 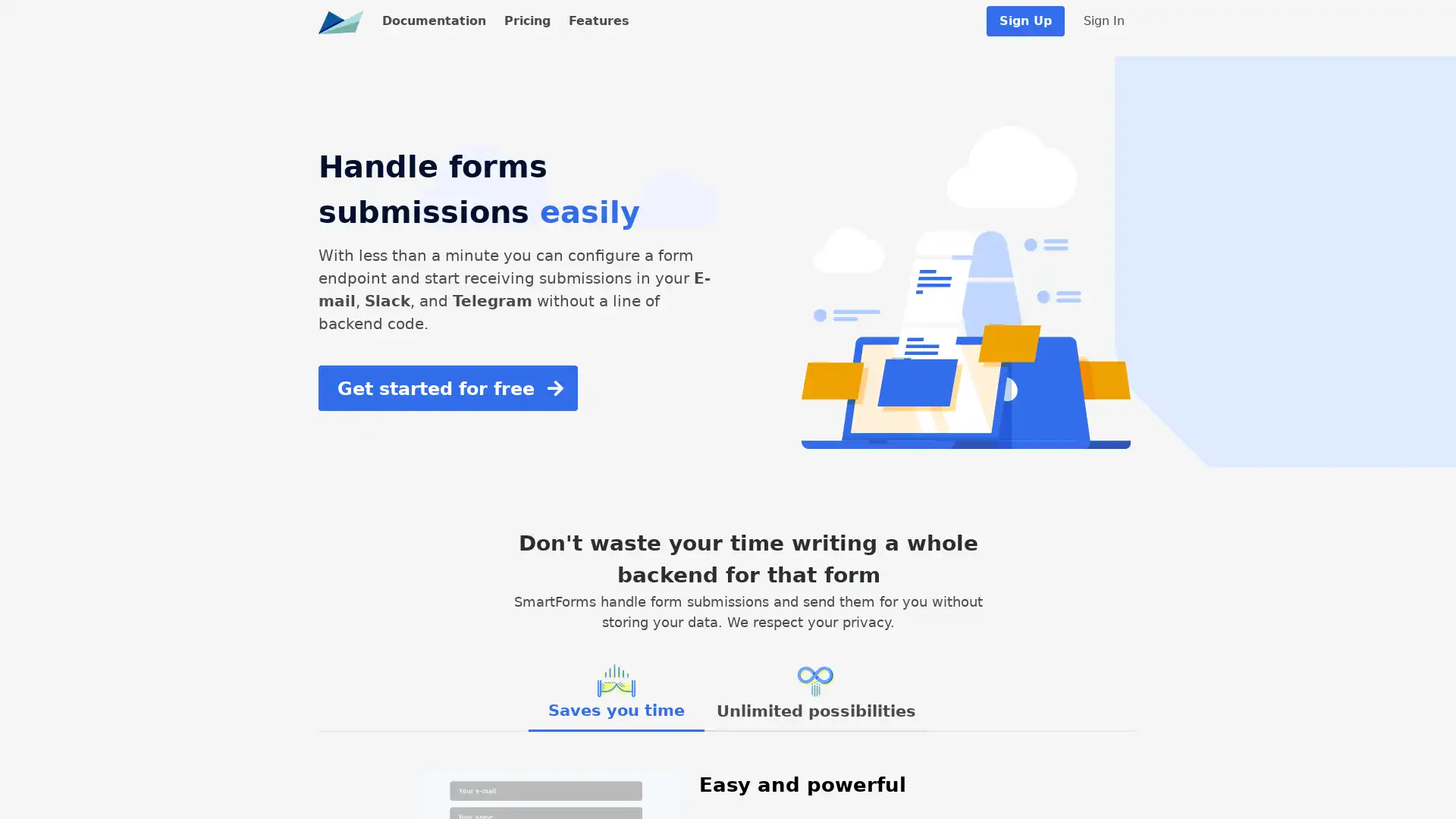 I want to click on Get started for free, so click(x=447, y=388).